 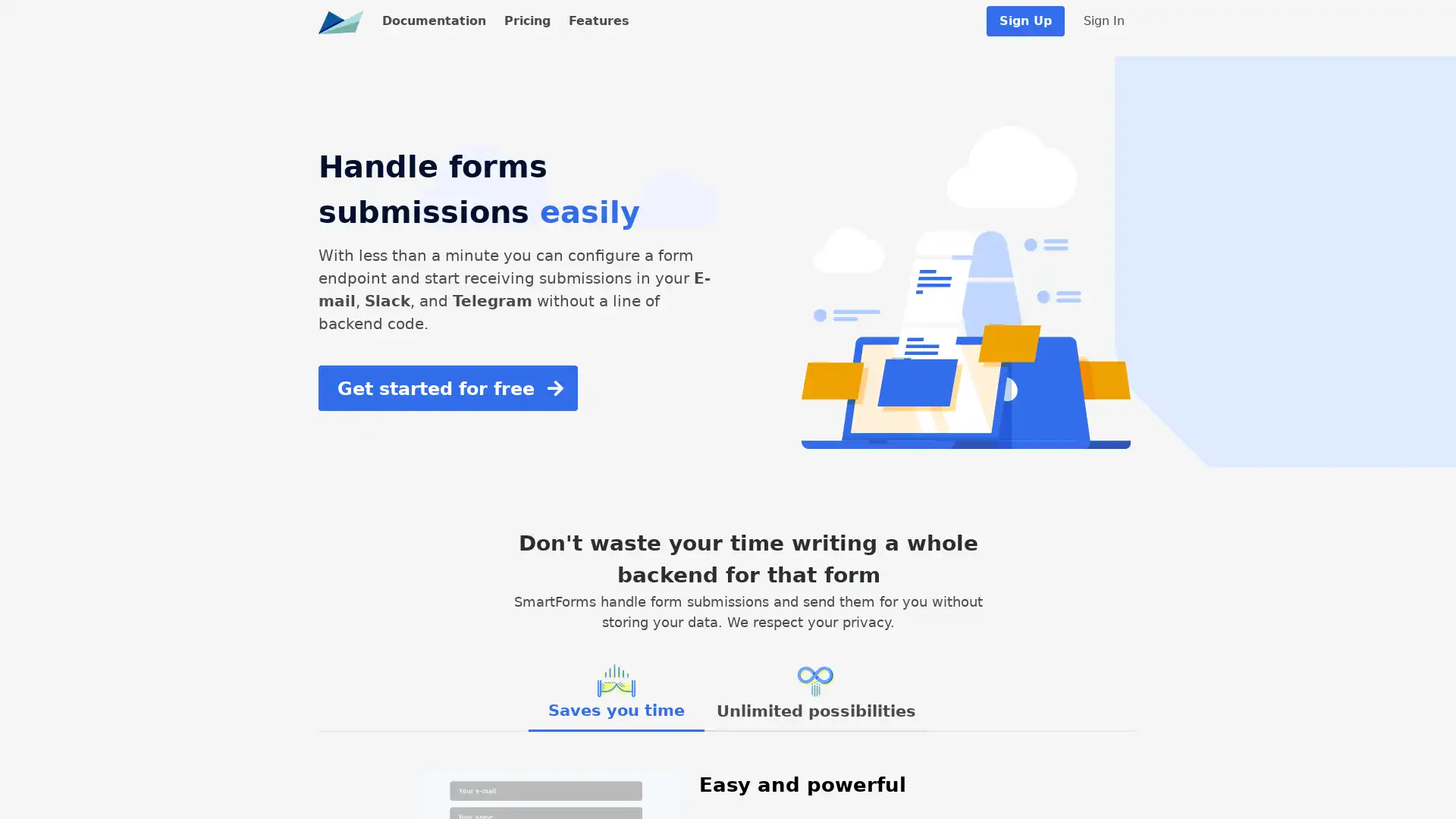 I want to click on Get started for free, so click(x=447, y=388).